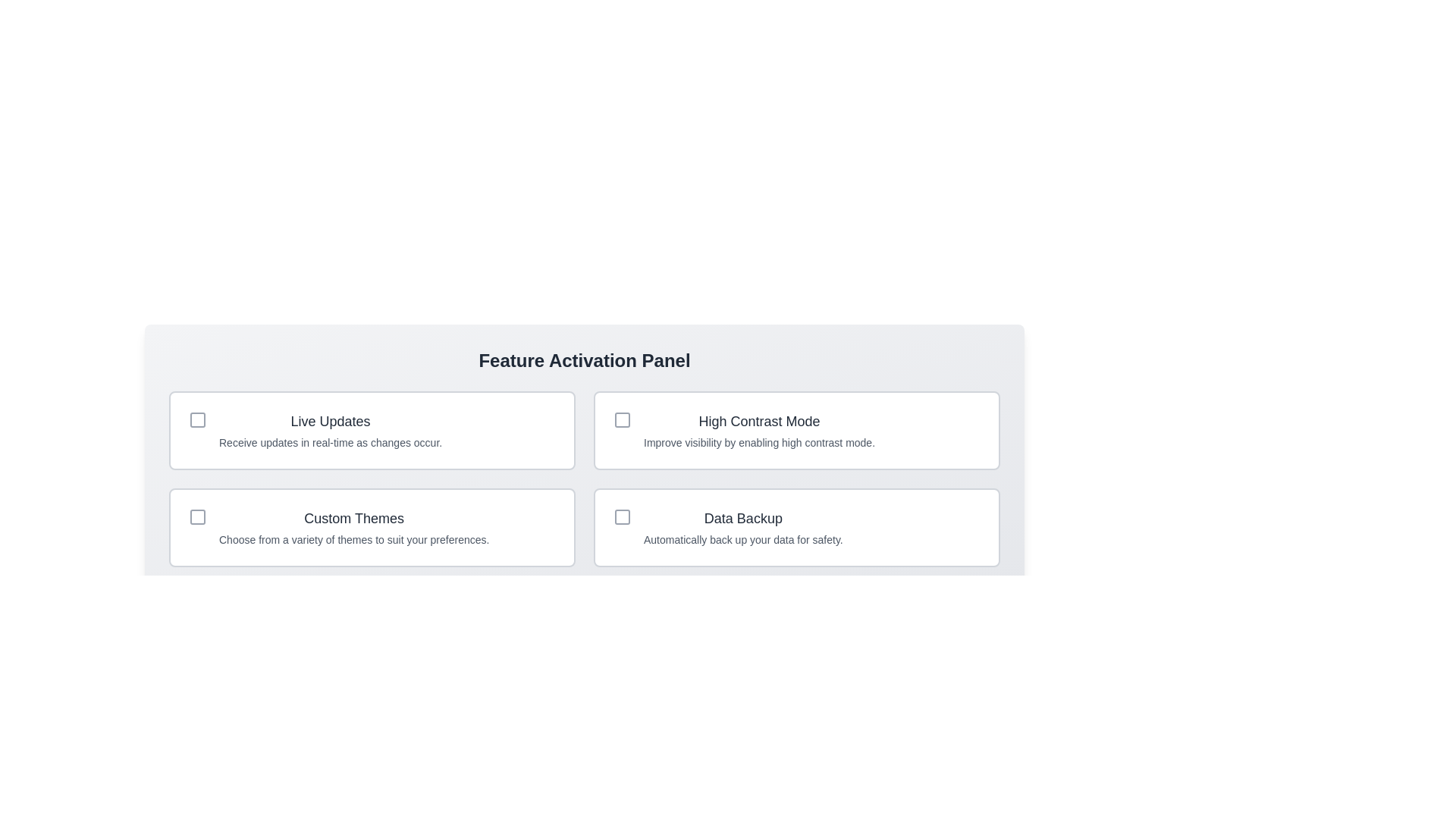 This screenshot has height=819, width=1456. Describe the element at coordinates (759, 430) in the screenshot. I see `the Informational Text Block that describes the high contrast mode feature` at that location.